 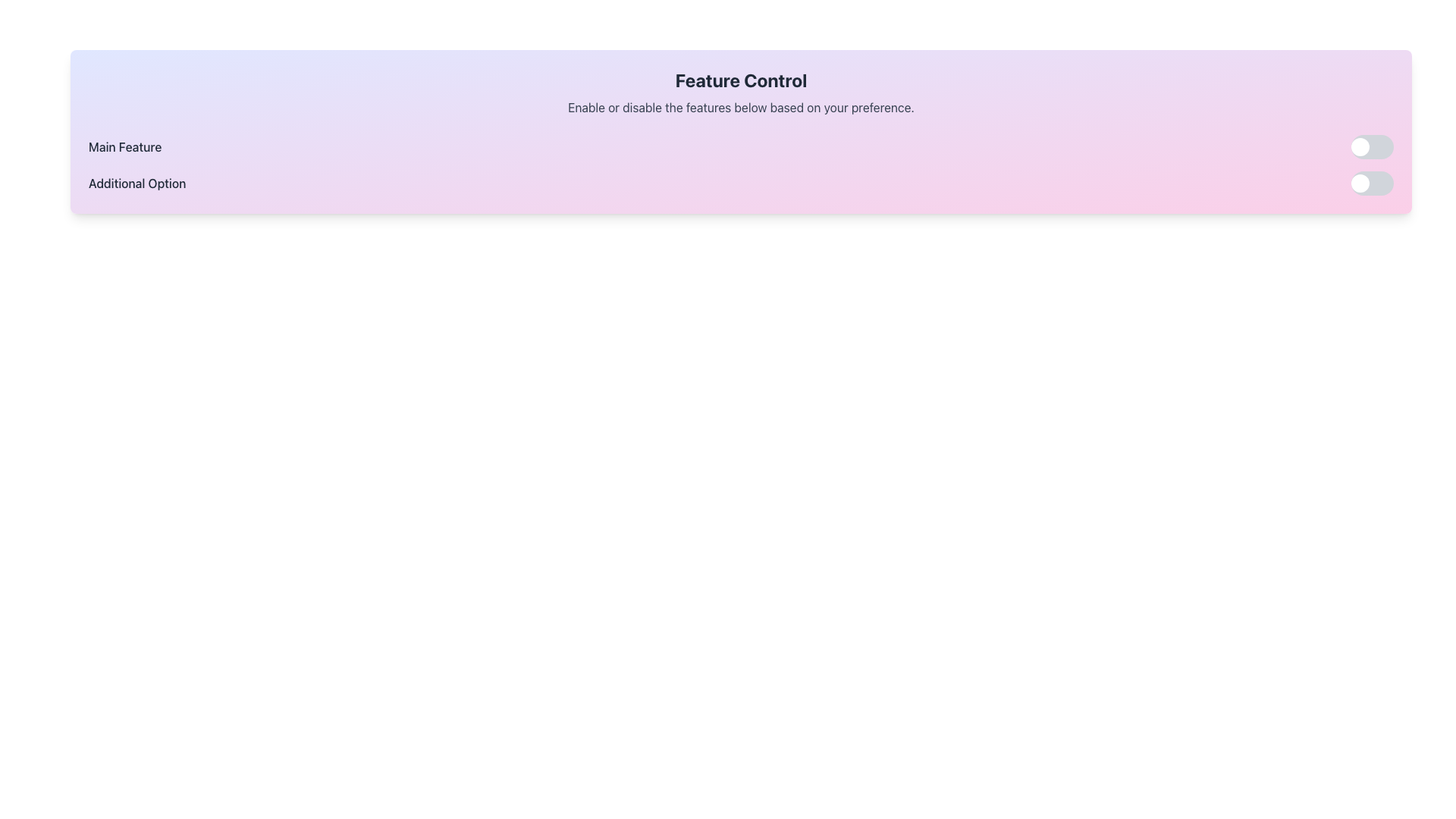 What do you see at coordinates (137, 183) in the screenshot?
I see `the static text label that reads 'Additional Option', which is styled in medium font weight and dark gray color on a light background, positioned below the header 'Feature Control'` at bounding box center [137, 183].